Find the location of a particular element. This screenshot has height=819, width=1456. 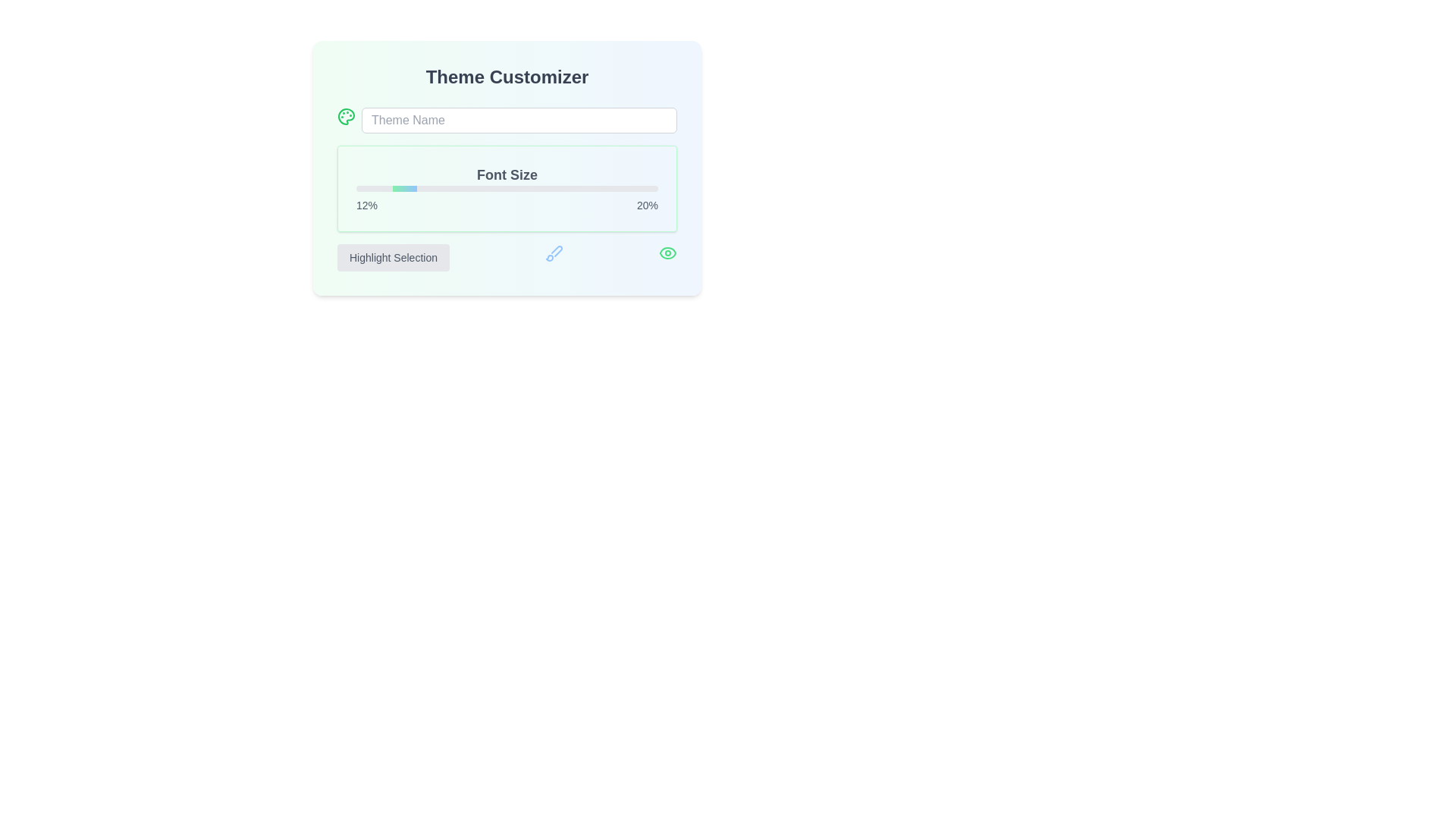

the text label displaying the range of values for the slider in the 'Font Size' section, which shows '12%' and '20%' is located at coordinates (507, 205).